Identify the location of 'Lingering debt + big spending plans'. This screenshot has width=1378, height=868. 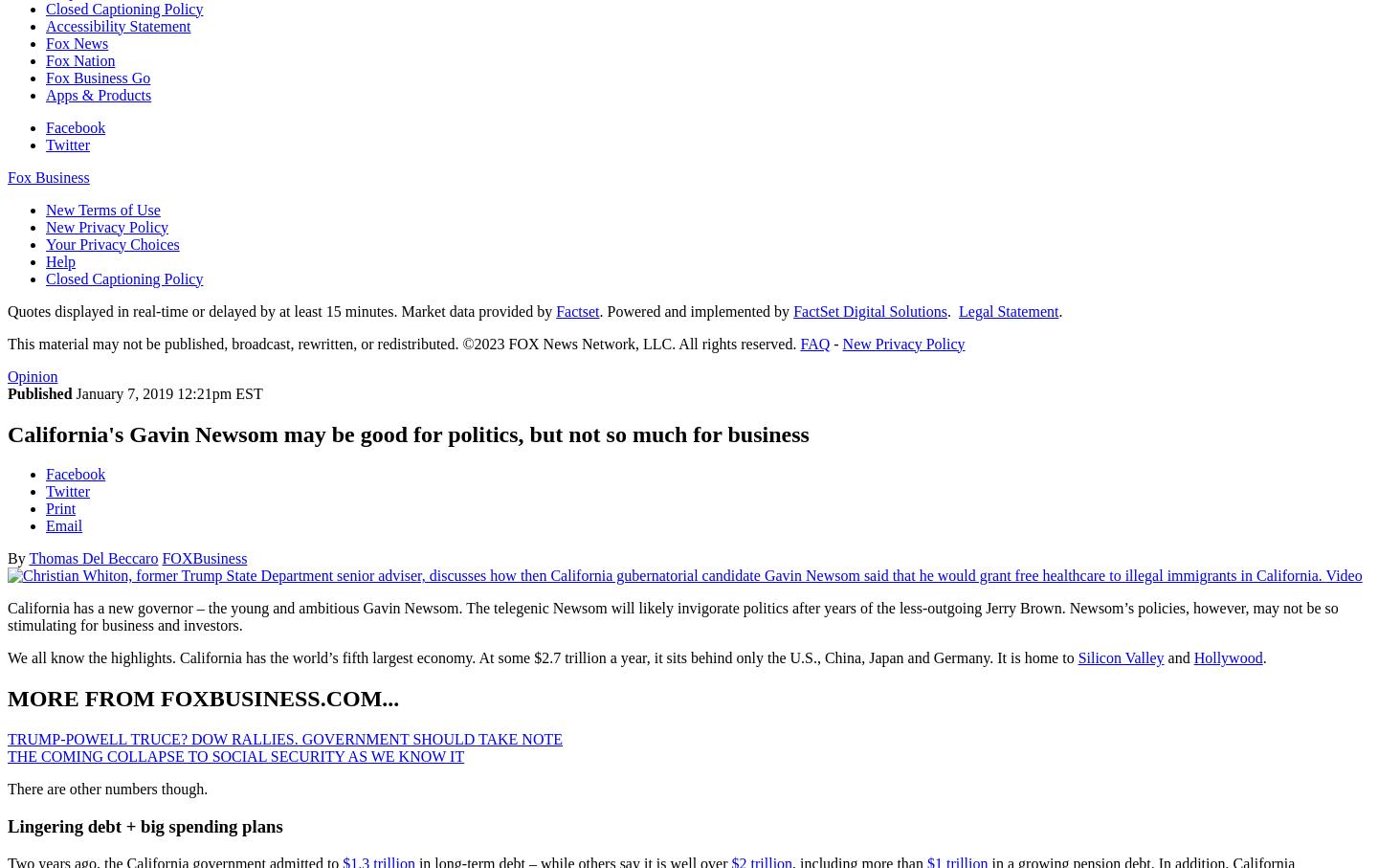
(144, 824).